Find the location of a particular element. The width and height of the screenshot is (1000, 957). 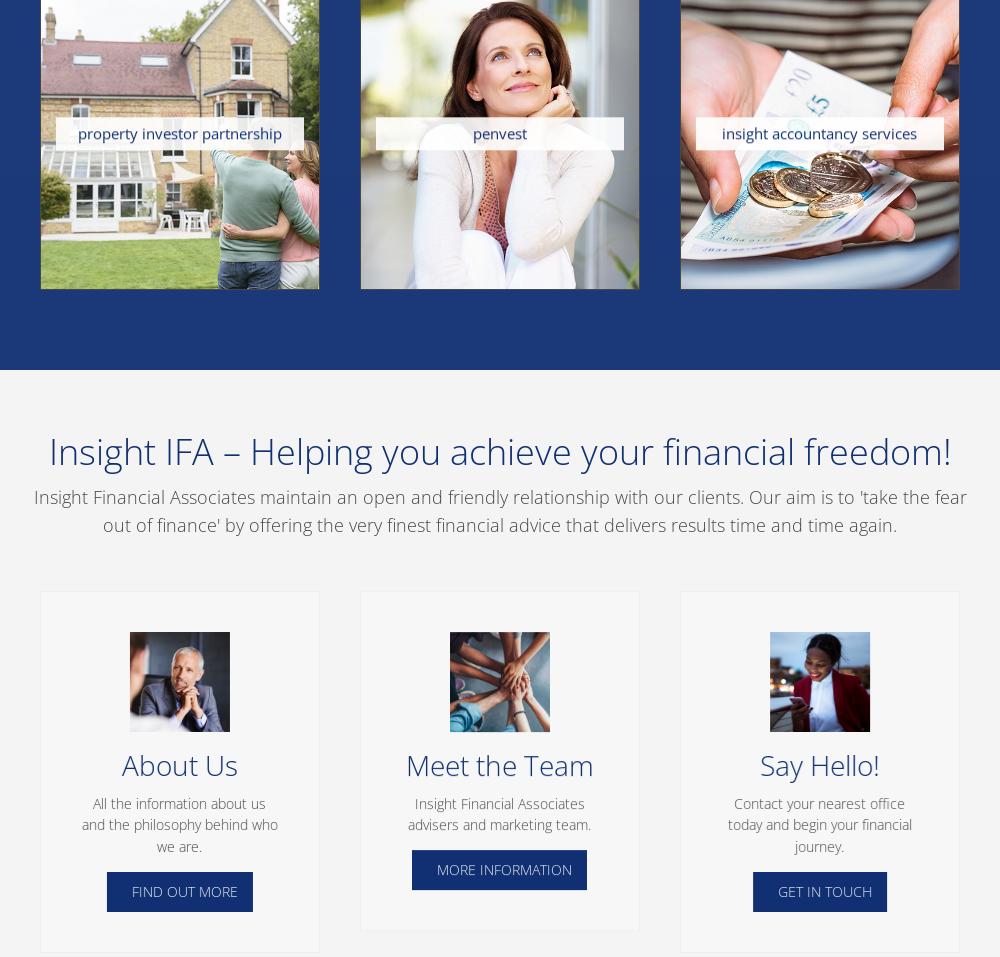

'Insight Financial Associates advisers and marketing team.' is located at coordinates (498, 812).